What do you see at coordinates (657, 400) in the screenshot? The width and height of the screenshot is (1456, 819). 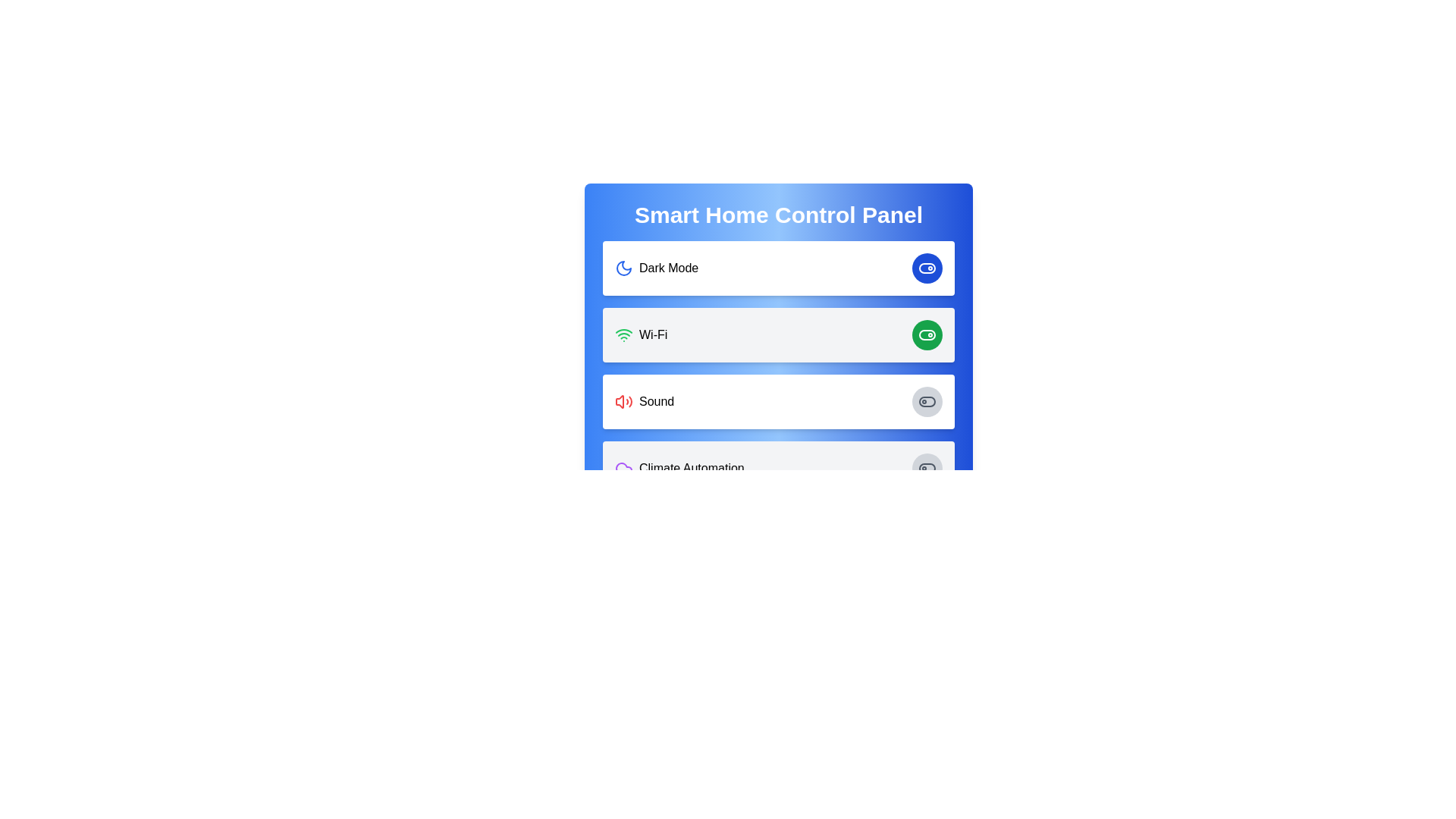 I see `the 'Sound' label, which is a text component styled in medium font, positioned between a sound icon and a toggle switch in the sound control section of the interface` at bounding box center [657, 400].